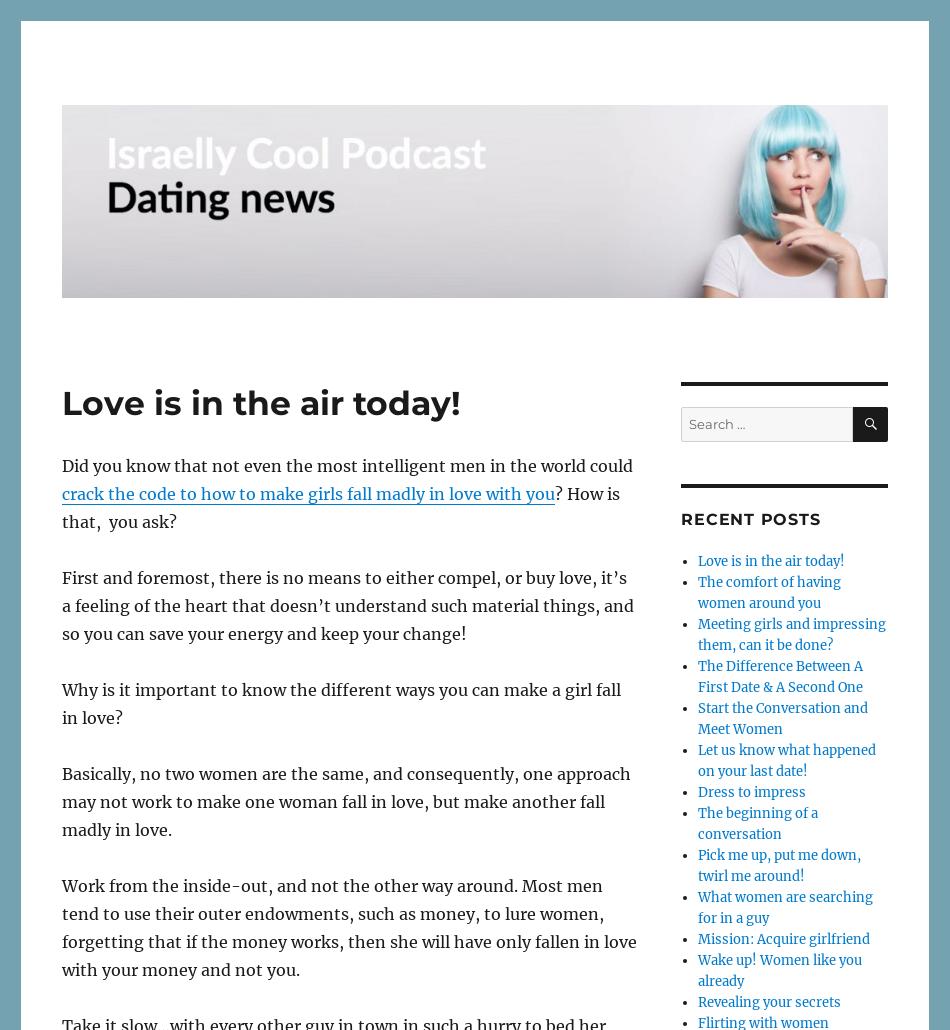 This screenshot has width=950, height=1030. I want to click on 'Dress to impress', so click(749, 790).